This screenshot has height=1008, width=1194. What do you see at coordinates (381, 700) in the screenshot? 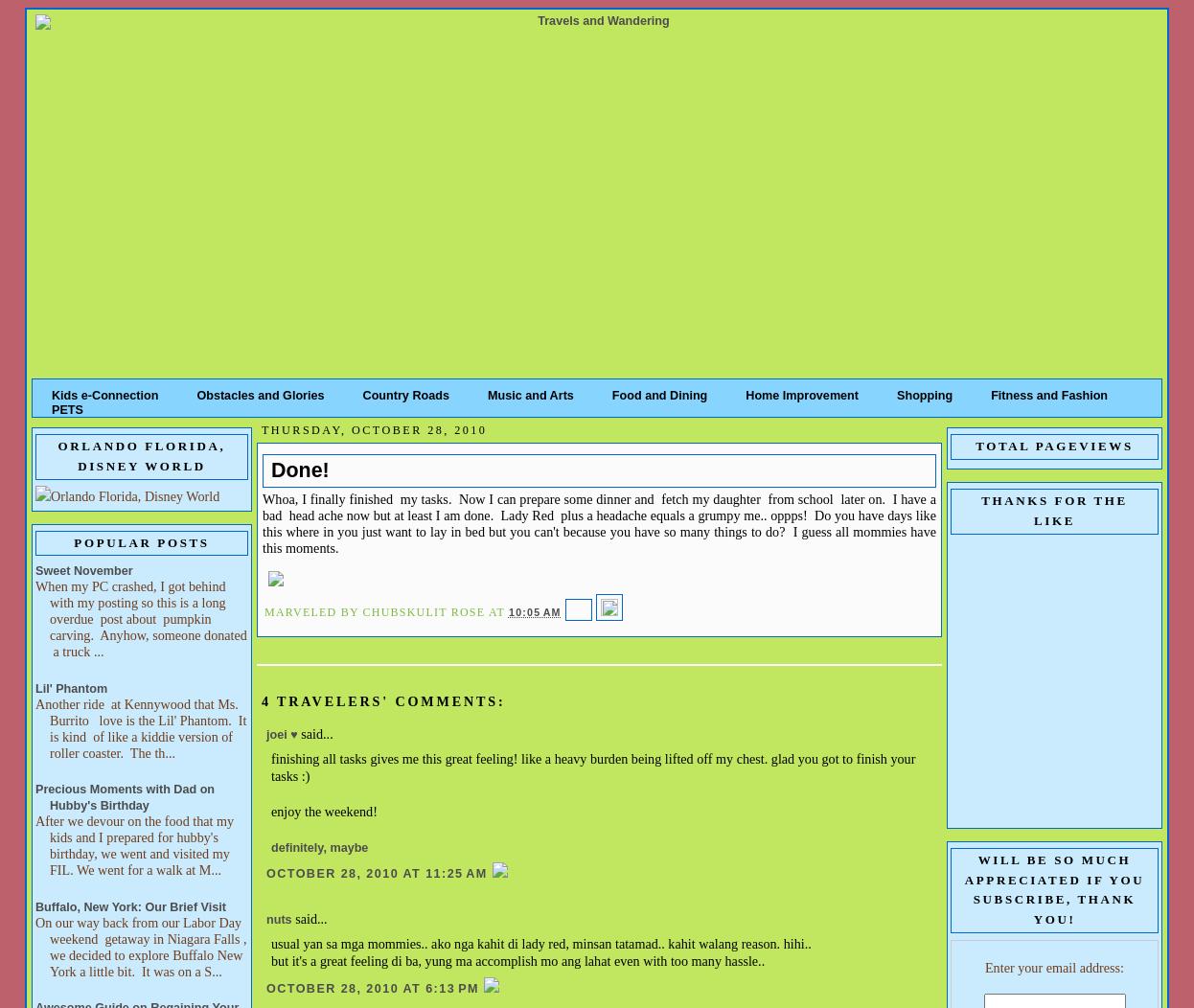
I see `'4
travelers' comments:'` at bounding box center [381, 700].